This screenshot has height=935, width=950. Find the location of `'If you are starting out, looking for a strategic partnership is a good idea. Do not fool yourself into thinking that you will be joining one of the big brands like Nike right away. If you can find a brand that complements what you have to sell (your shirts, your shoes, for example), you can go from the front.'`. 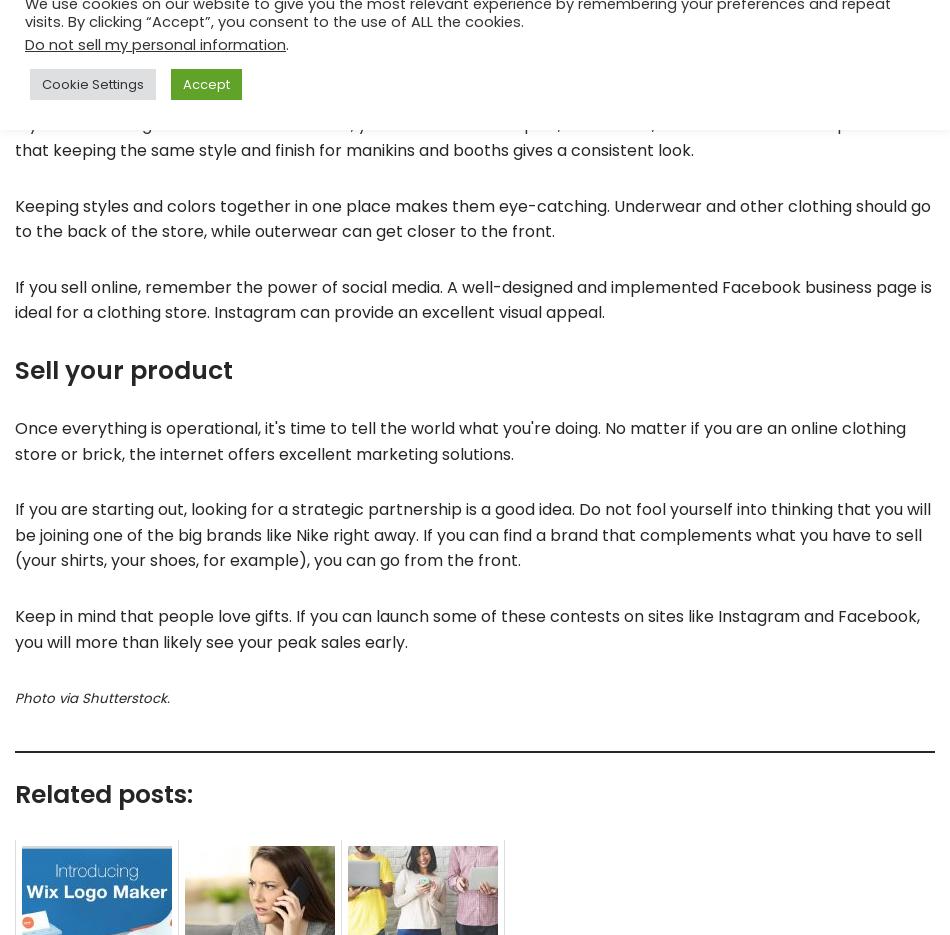

'If you are starting out, looking for a strategic partnership is a good idea. Do not fool yourself into thinking that you will be joining one of the big brands like Nike right away. If you can find a brand that complements what you have to sell (your shirts, your shoes, for example), you can go from the front.' is located at coordinates (472, 534).